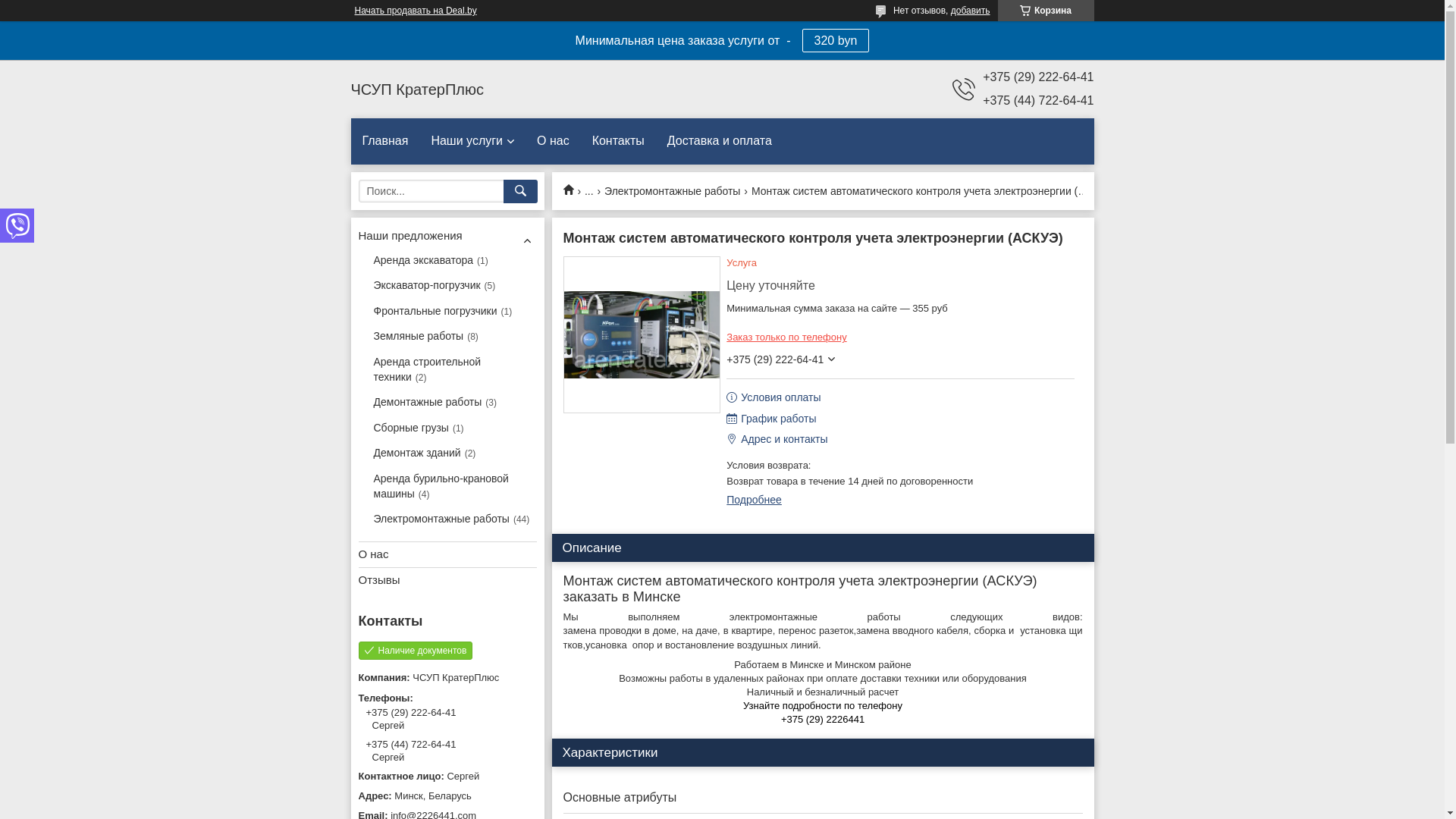  What do you see at coordinates (835, 39) in the screenshot?
I see `'320 byn'` at bounding box center [835, 39].